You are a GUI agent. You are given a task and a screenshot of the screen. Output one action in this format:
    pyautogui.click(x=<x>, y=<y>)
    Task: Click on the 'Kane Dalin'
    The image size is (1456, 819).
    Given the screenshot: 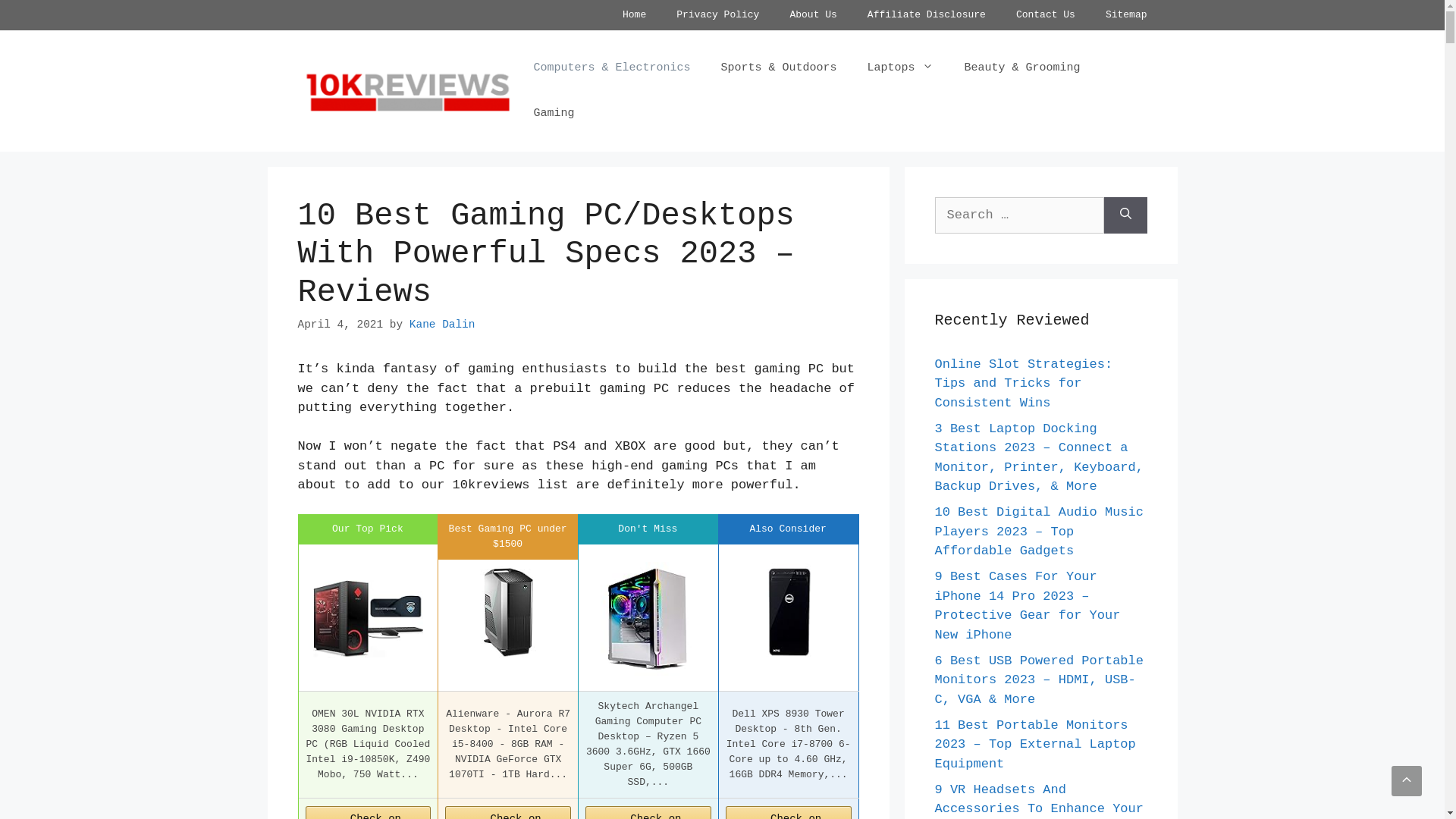 What is the action you would take?
    pyautogui.click(x=441, y=324)
    